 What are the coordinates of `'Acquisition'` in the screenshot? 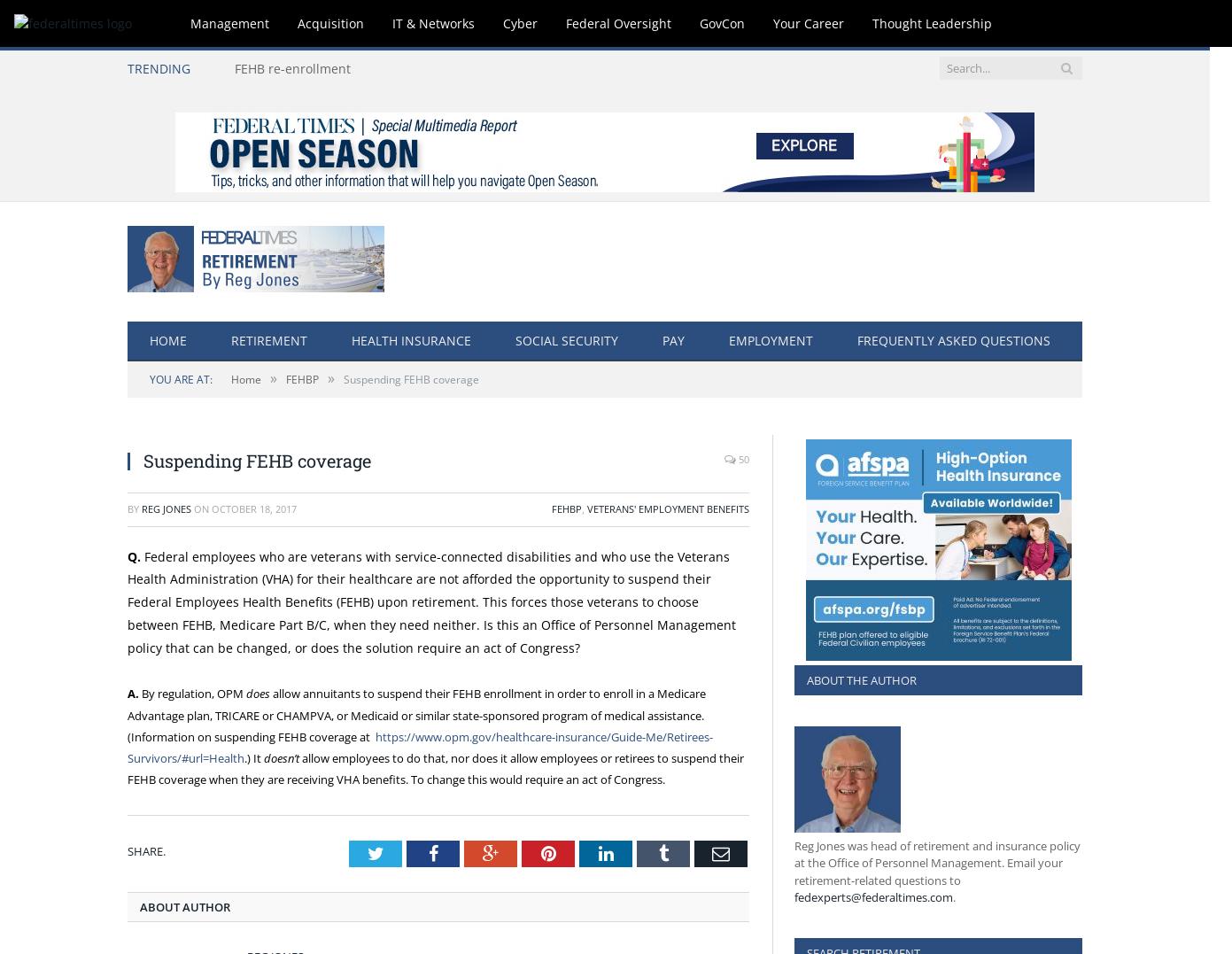 It's located at (298, 22).